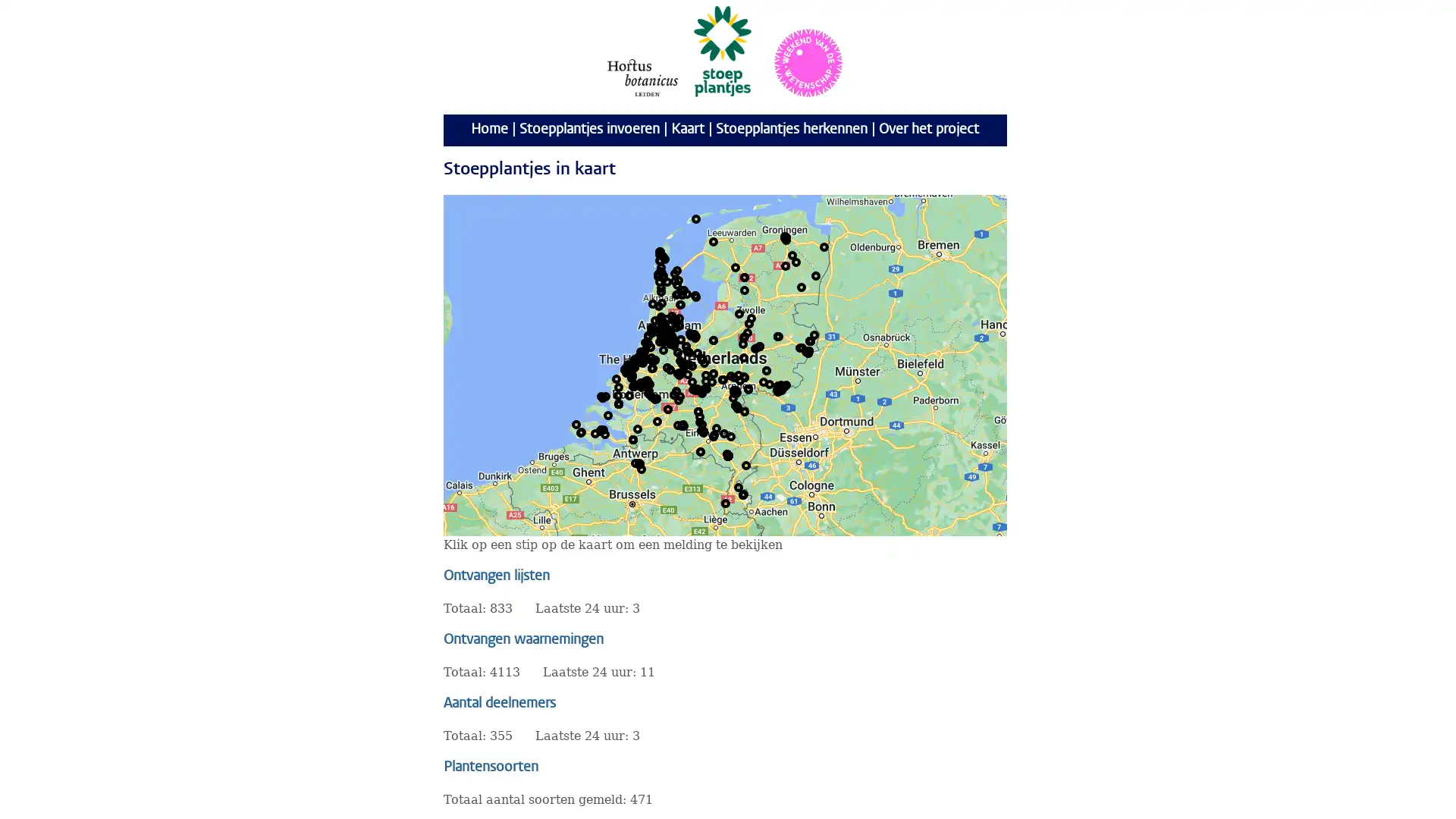 The height and width of the screenshot is (819, 1456). I want to click on Telling van Mang op 02 december 2021, so click(736, 405).